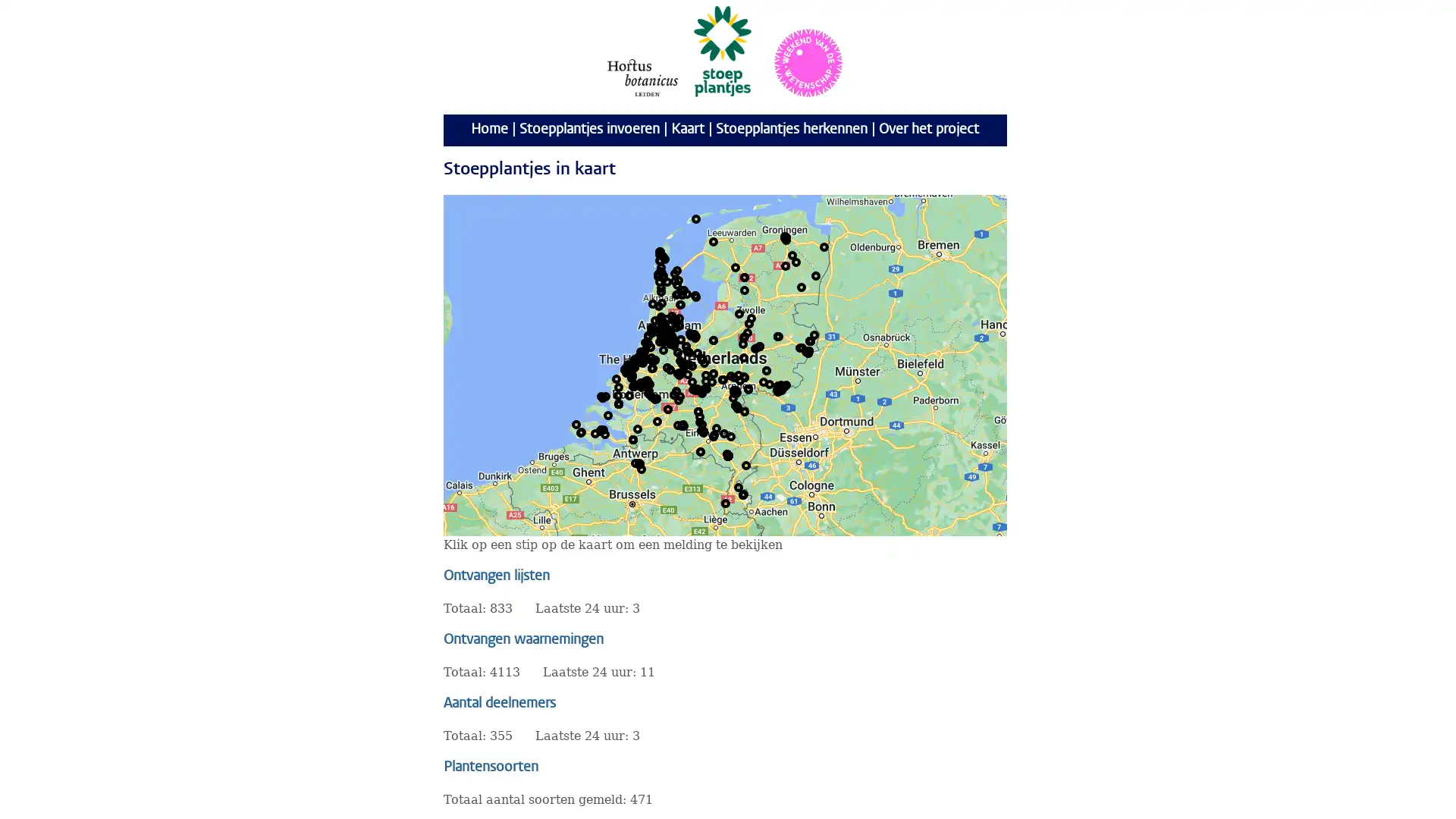 The height and width of the screenshot is (819, 1456). I want to click on Telling van Mang op 02 december 2021, so click(736, 405).